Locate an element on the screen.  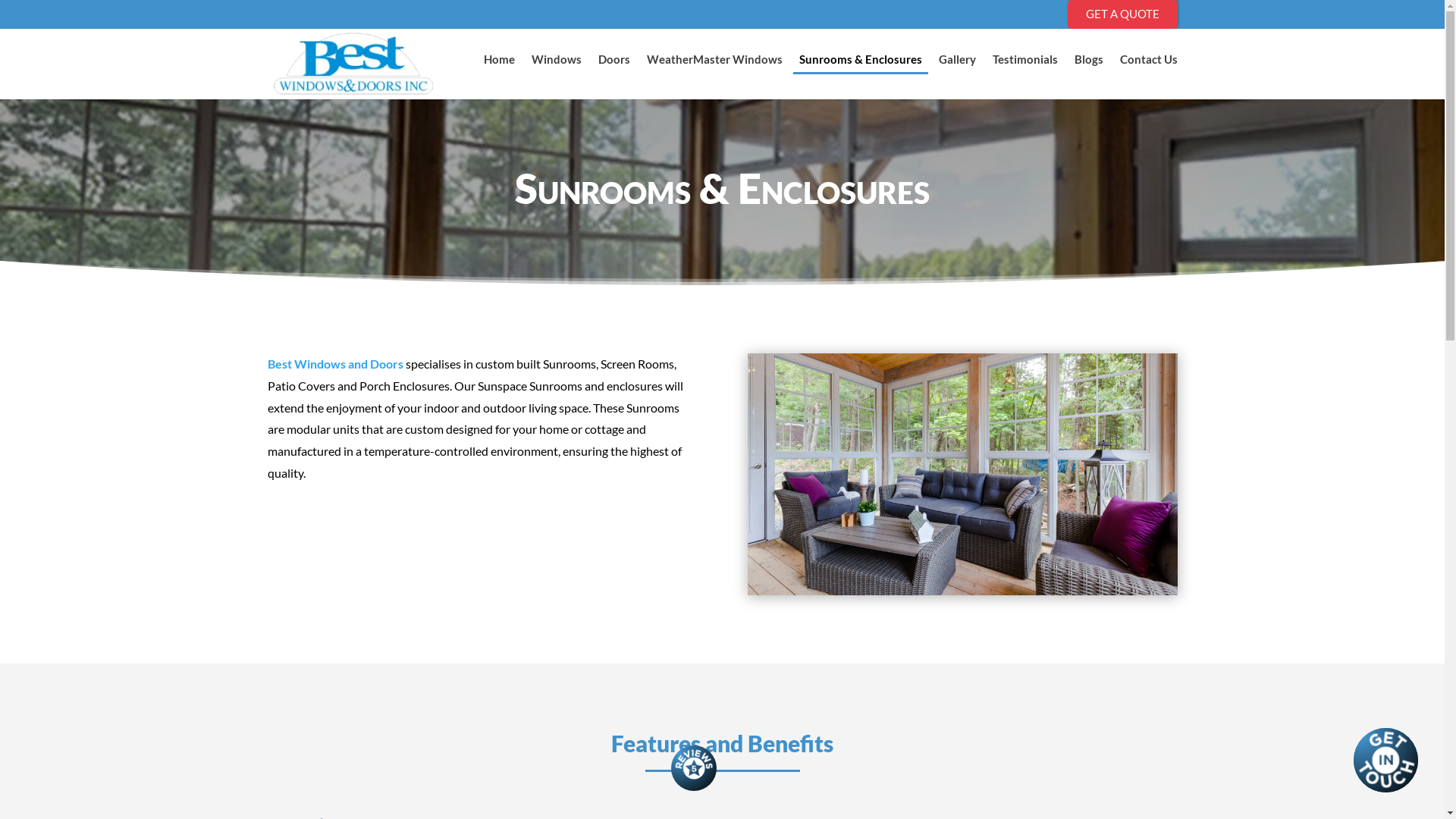
'Windows and Doors Winnipeg' is located at coordinates (962, 473).